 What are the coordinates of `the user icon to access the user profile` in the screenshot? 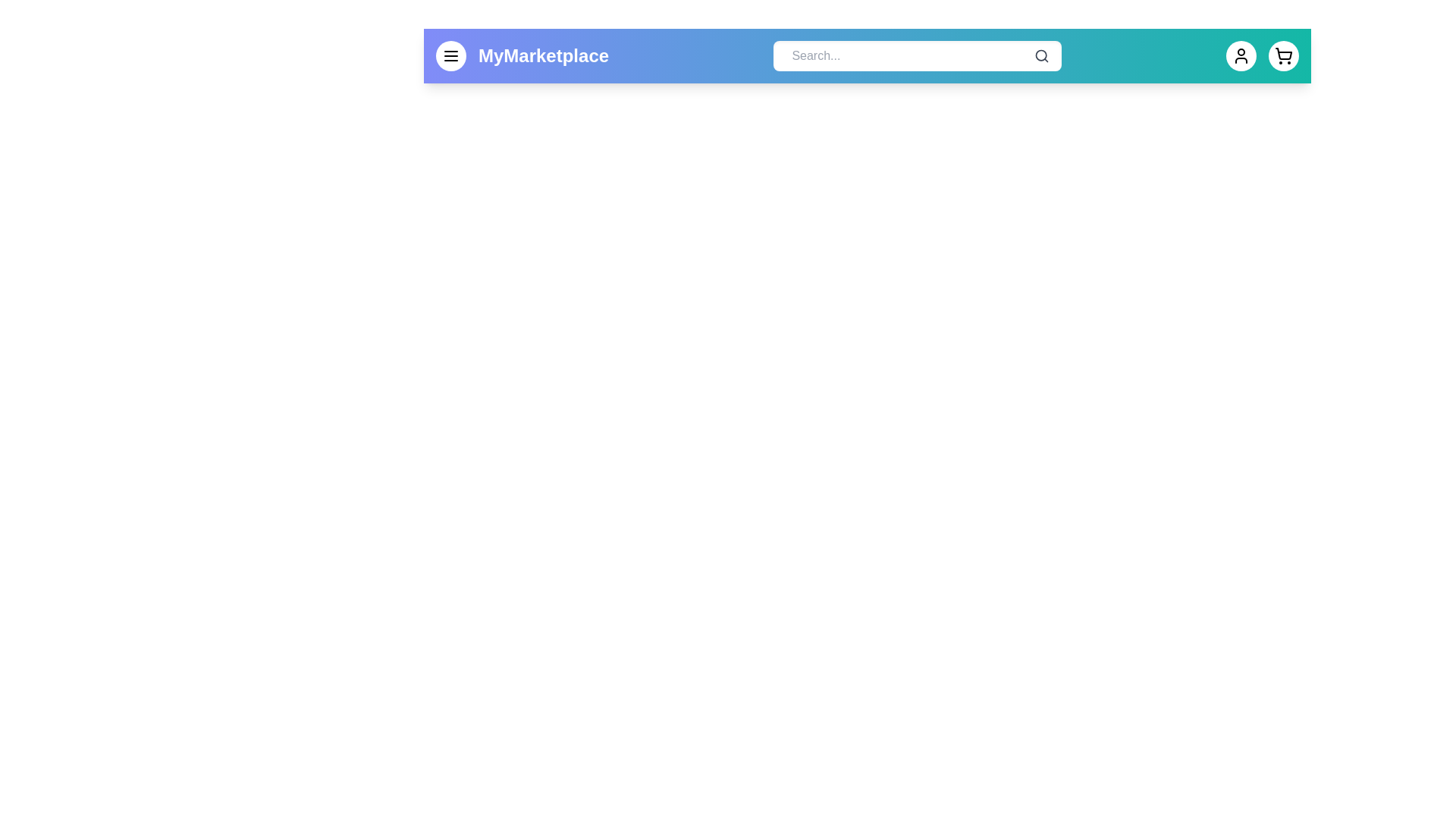 It's located at (1241, 55).